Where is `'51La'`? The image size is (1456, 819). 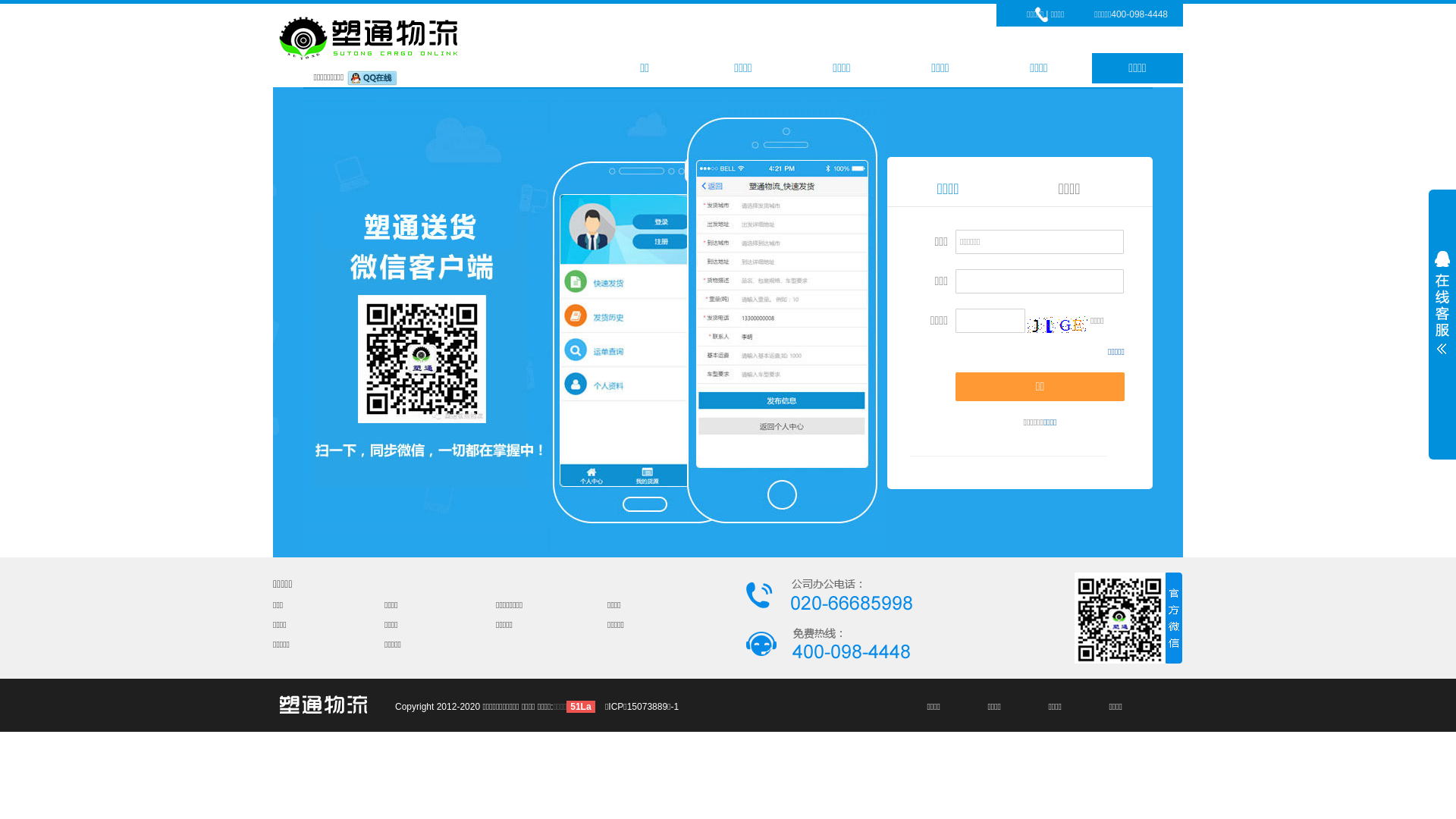
'51La' is located at coordinates (579, 707).